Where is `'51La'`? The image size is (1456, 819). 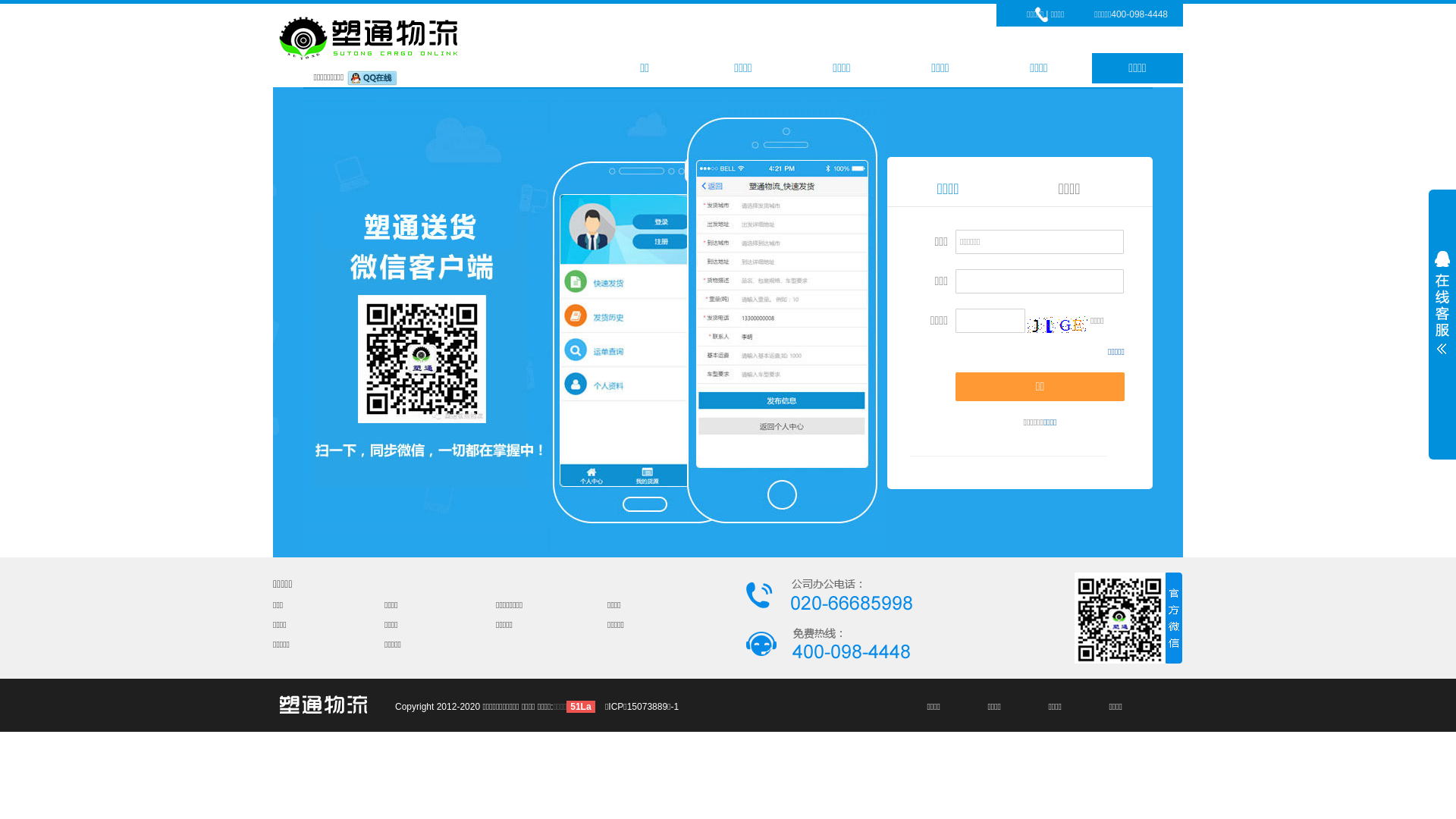
'51La' is located at coordinates (579, 707).